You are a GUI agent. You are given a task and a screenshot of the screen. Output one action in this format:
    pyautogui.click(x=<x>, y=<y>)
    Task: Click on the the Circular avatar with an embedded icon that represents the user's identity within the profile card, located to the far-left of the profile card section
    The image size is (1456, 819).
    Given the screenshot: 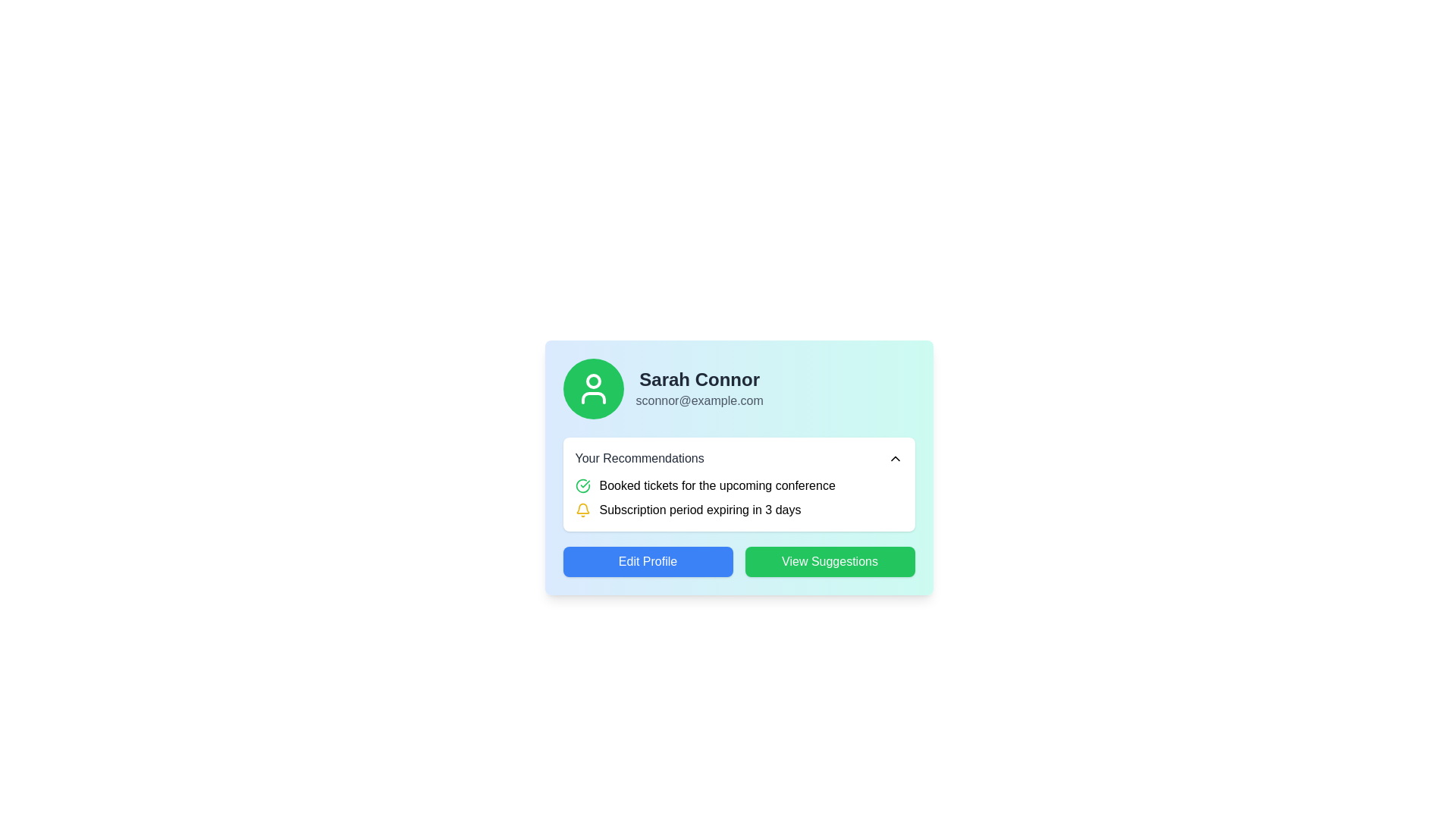 What is the action you would take?
    pyautogui.click(x=592, y=388)
    